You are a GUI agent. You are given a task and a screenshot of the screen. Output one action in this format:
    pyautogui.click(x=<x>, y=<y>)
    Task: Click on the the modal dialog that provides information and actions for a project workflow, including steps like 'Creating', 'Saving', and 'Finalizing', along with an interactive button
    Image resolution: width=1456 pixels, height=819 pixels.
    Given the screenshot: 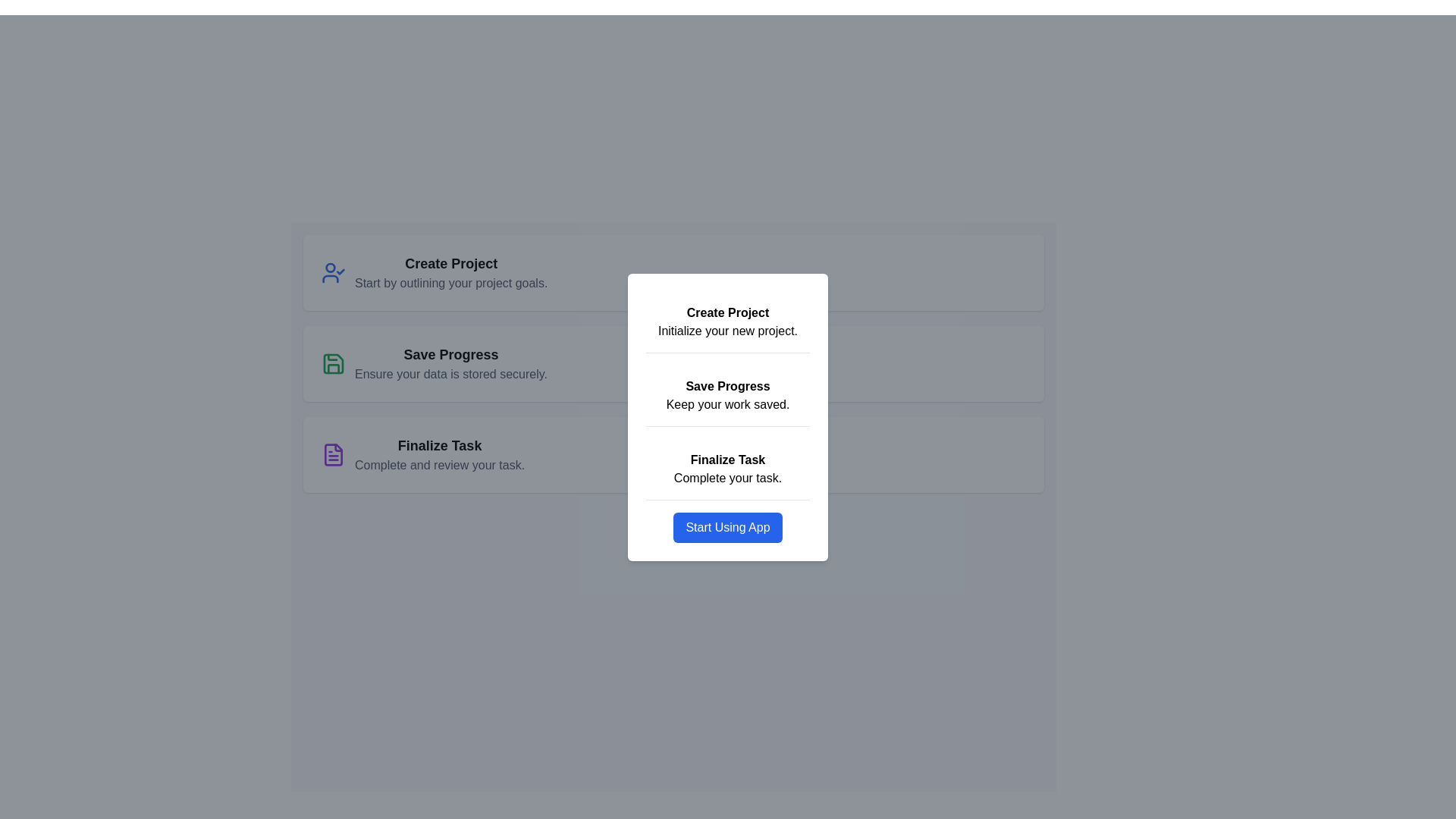 What is the action you would take?
    pyautogui.click(x=728, y=417)
    